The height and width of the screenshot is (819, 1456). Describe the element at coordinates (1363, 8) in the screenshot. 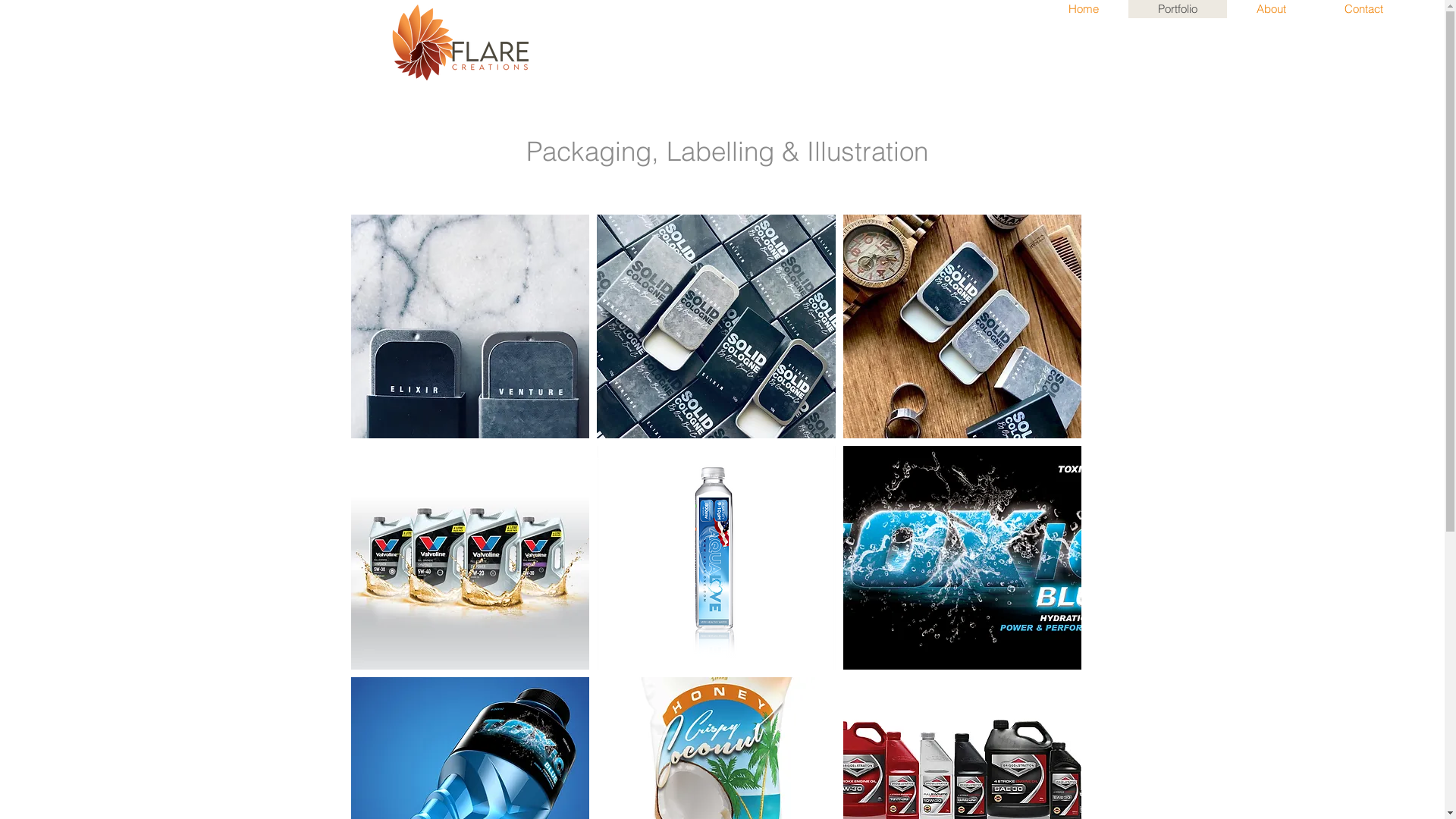

I see `'Contact'` at that location.